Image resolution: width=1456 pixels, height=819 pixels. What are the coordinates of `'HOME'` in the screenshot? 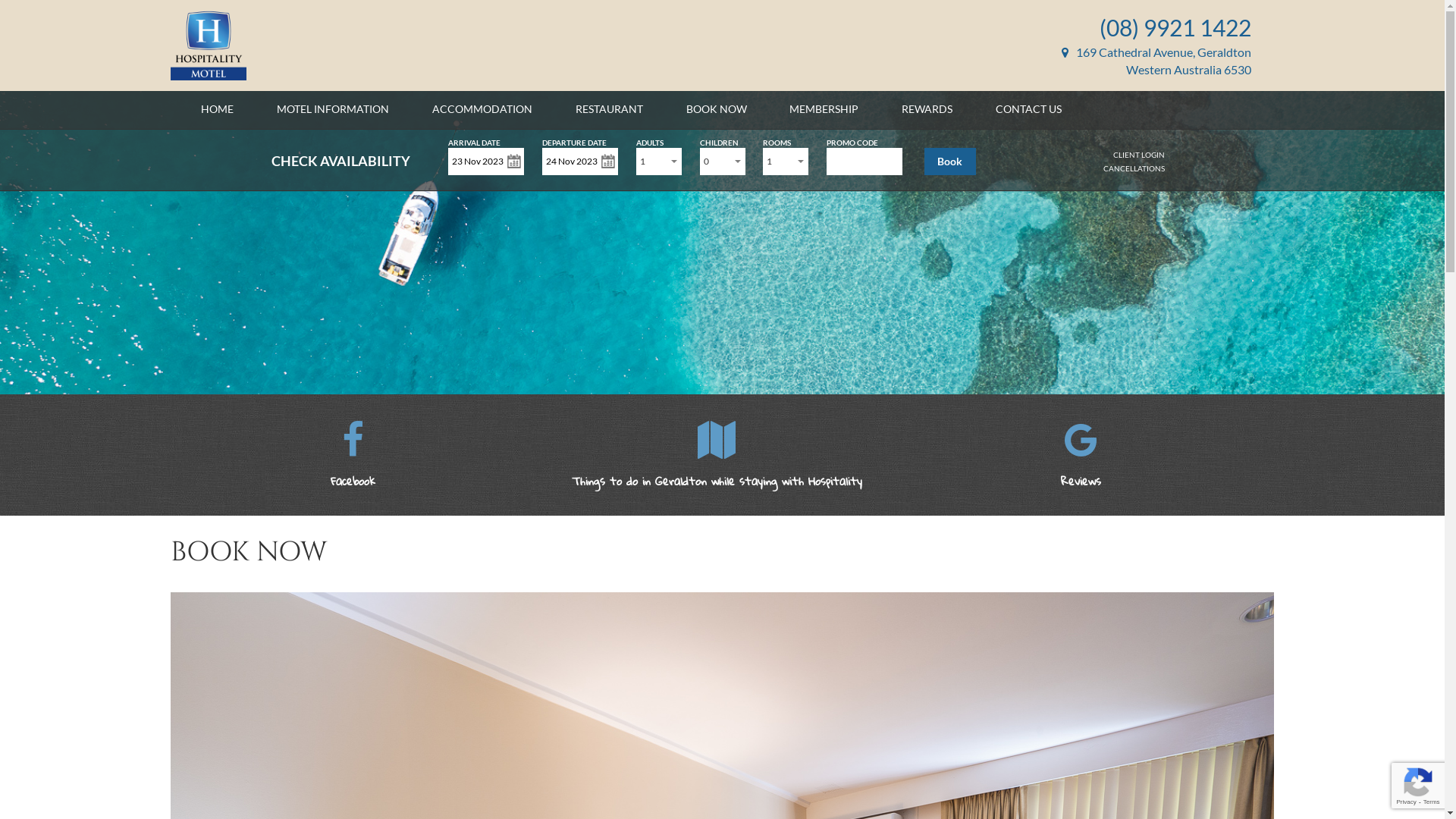 It's located at (216, 108).